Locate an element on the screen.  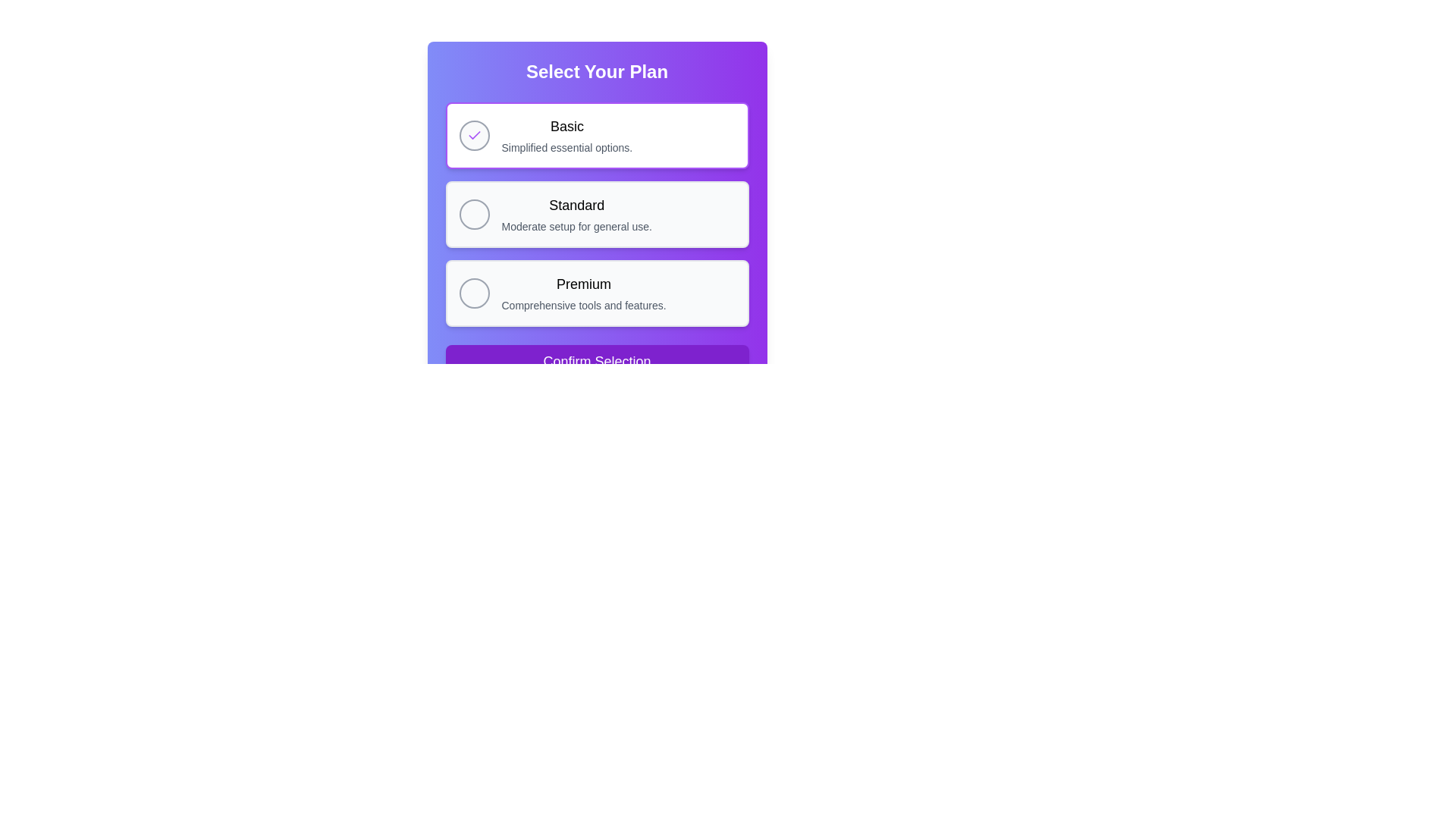
the topmost selectable option card in the vertical selection group, which is positioned above the 'Standard' and 'Premium' options is located at coordinates (596, 134).